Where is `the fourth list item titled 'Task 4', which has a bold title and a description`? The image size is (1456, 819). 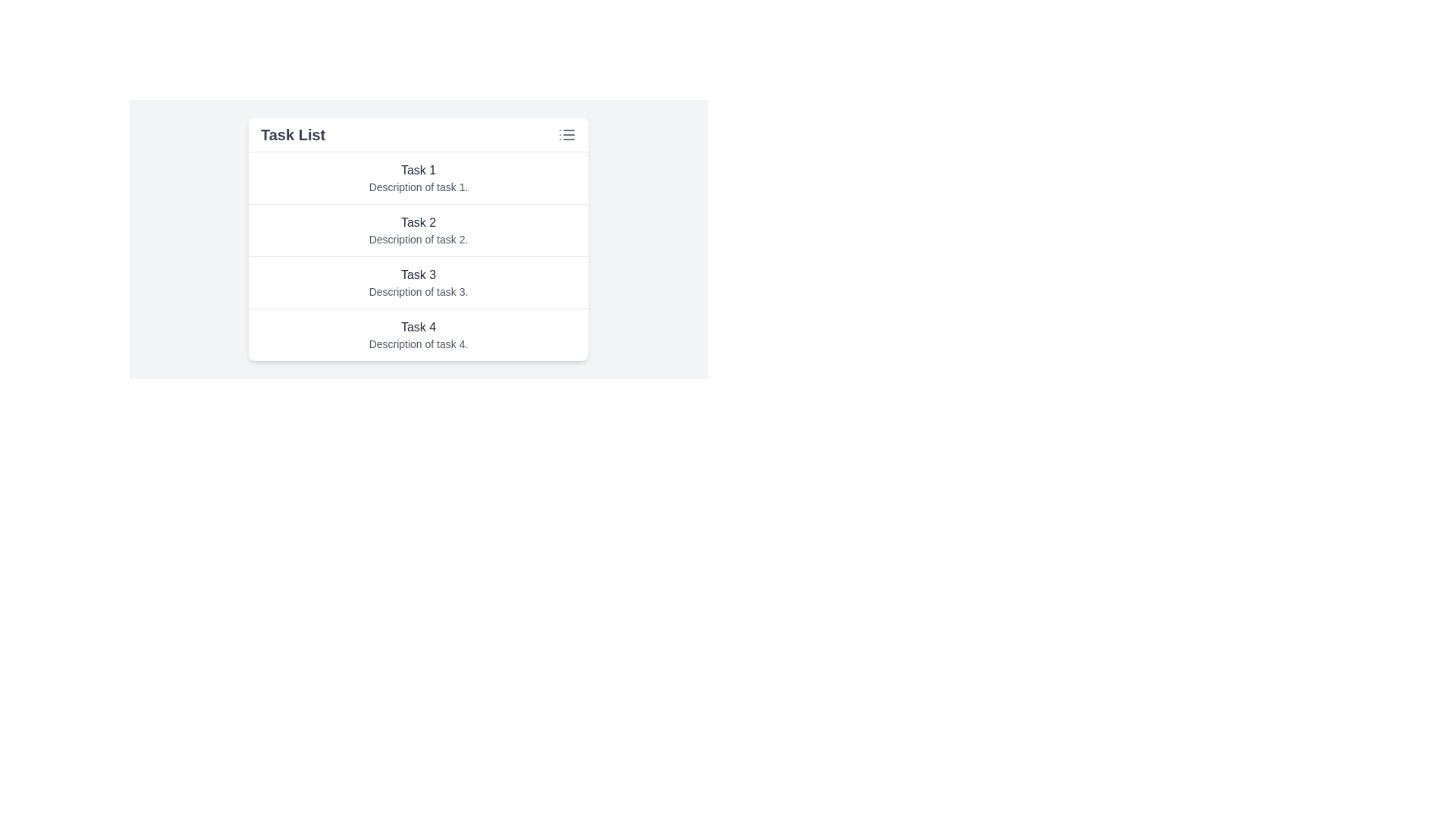
the fourth list item titled 'Task 4', which has a bold title and a description is located at coordinates (419, 334).